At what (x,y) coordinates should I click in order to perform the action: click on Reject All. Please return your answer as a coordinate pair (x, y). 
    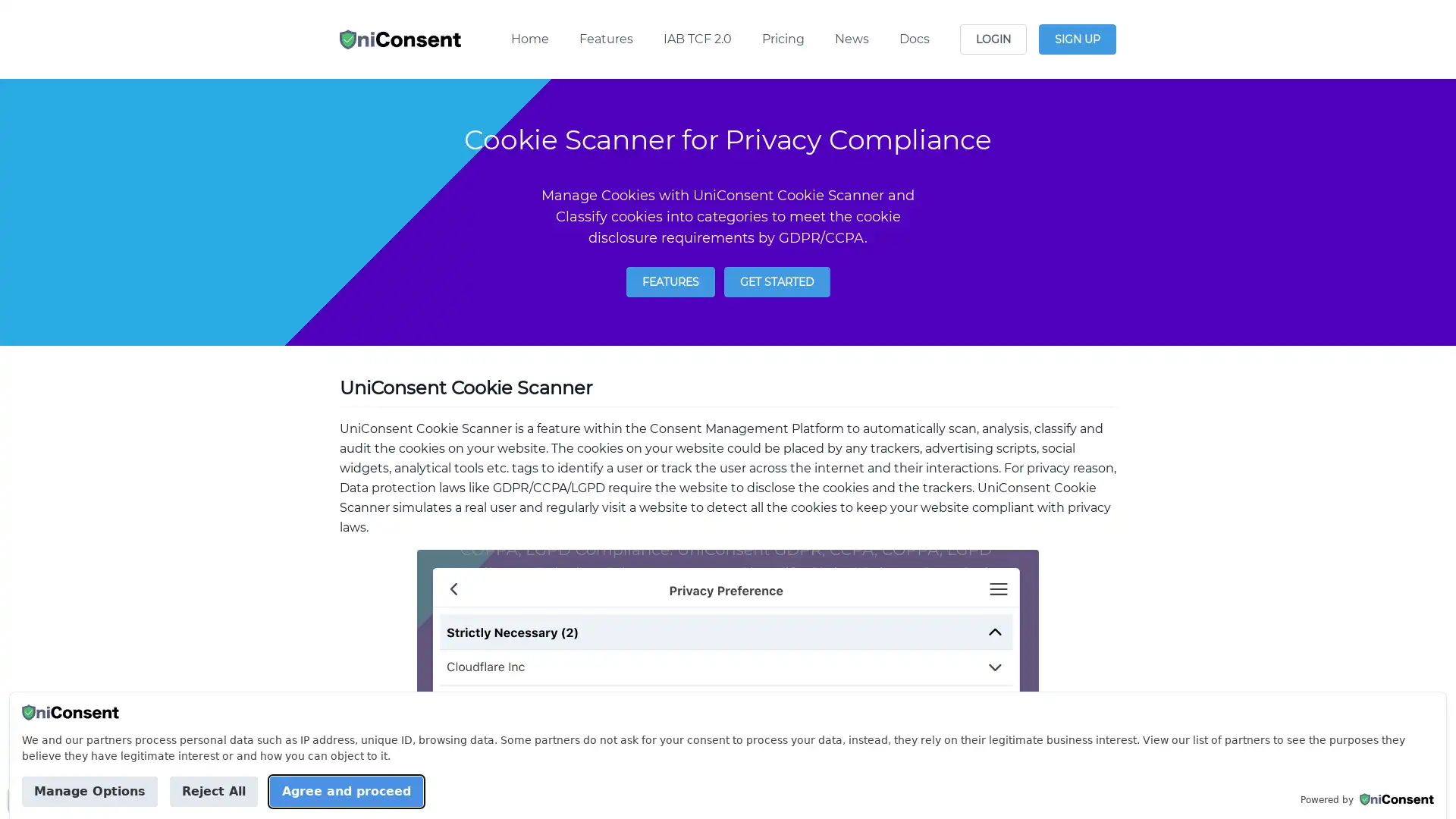
    Looking at the image, I should click on (213, 791).